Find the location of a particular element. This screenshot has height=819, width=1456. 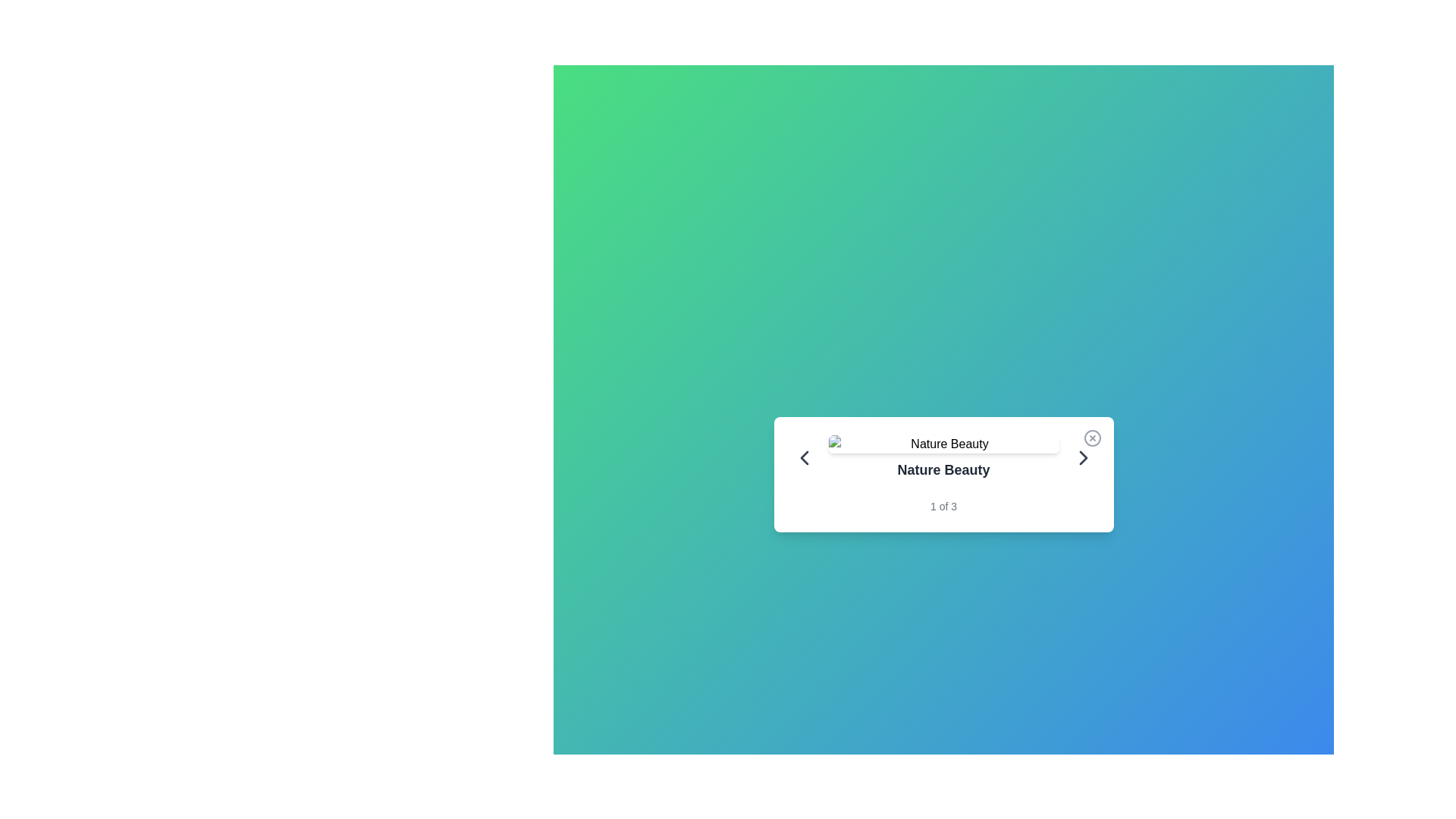

the circular outline surrounding the 'X' icon used for close functionality located in the top-right corner of the card interface containing 'Nature Beauty' and navigation controls is located at coordinates (1092, 438).